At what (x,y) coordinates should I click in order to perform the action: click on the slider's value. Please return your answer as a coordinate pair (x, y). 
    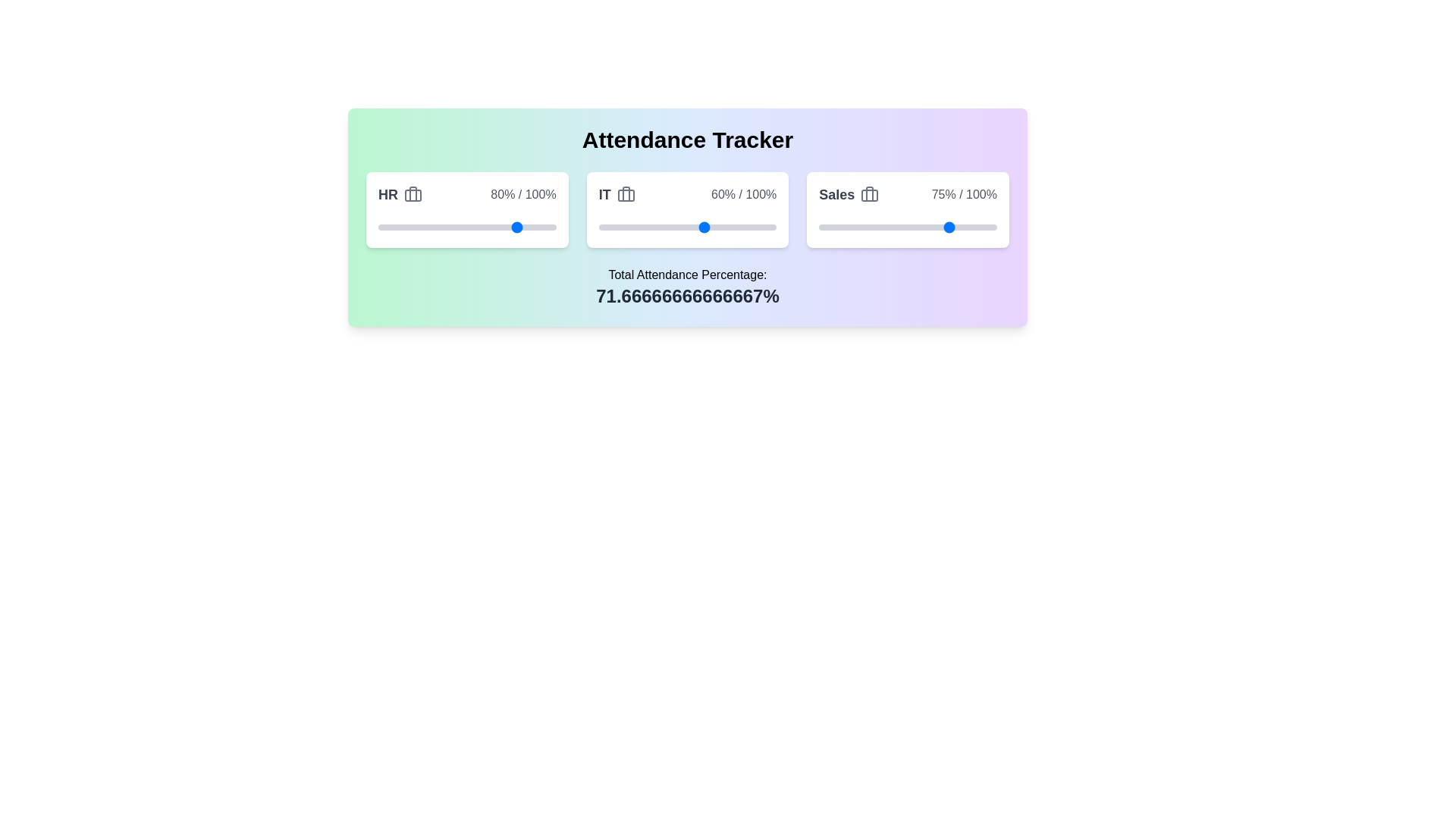
    Looking at the image, I should click on (983, 227).